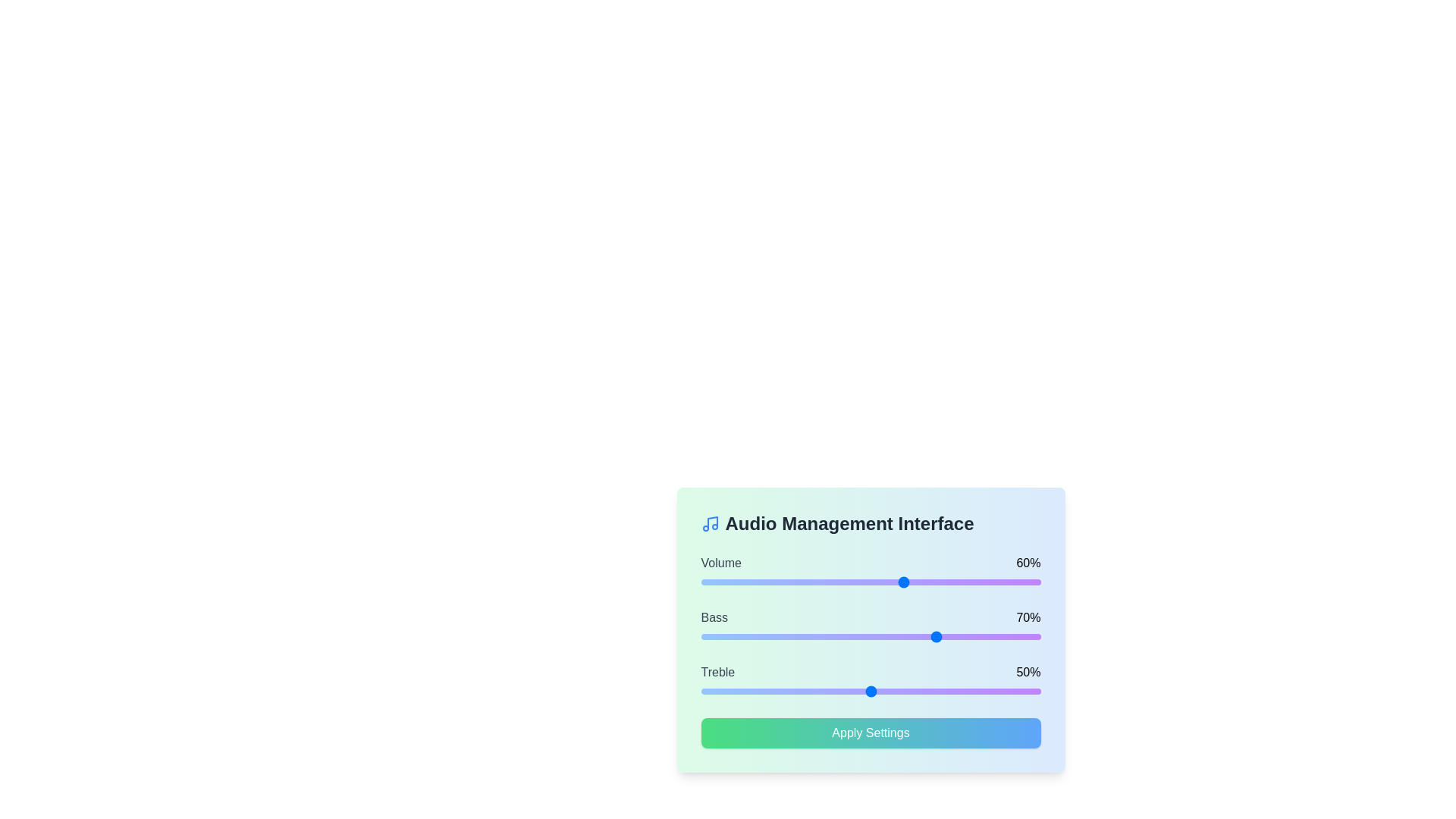  What do you see at coordinates (843, 691) in the screenshot?
I see `the treble level` at bounding box center [843, 691].